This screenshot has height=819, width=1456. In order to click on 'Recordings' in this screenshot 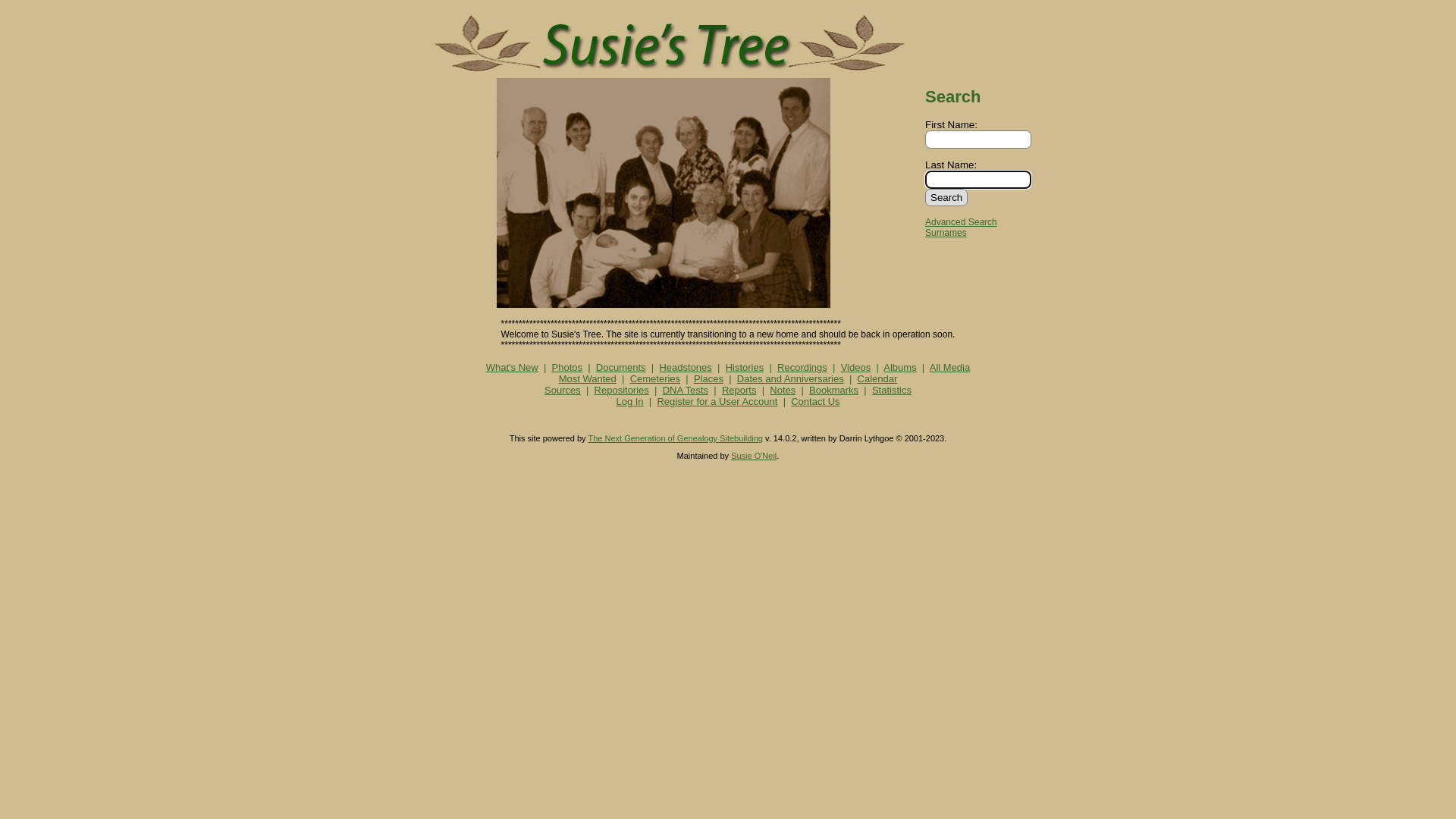, I will do `click(801, 367)`.